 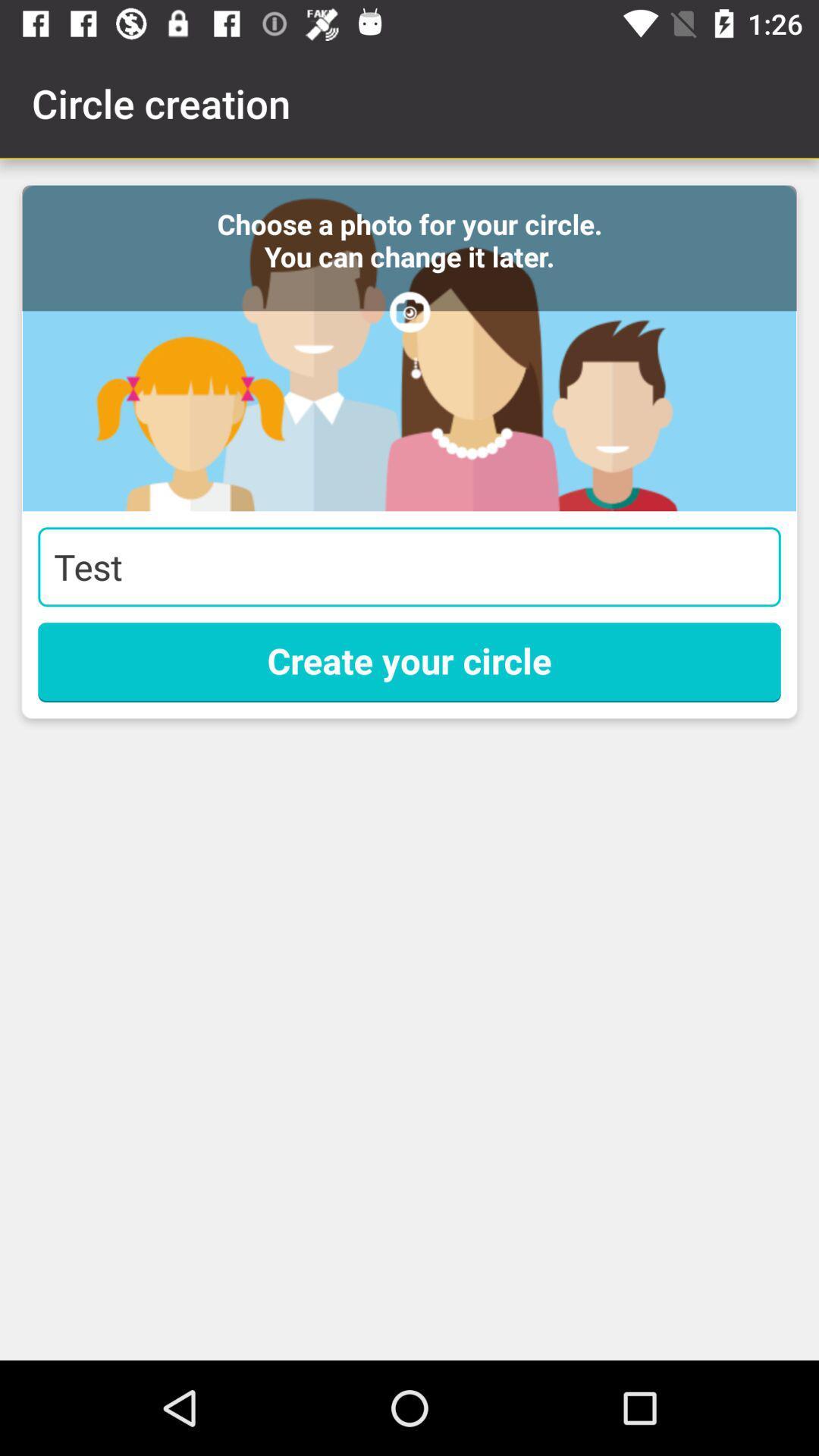 What do you see at coordinates (409, 566) in the screenshot?
I see `the test item` at bounding box center [409, 566].